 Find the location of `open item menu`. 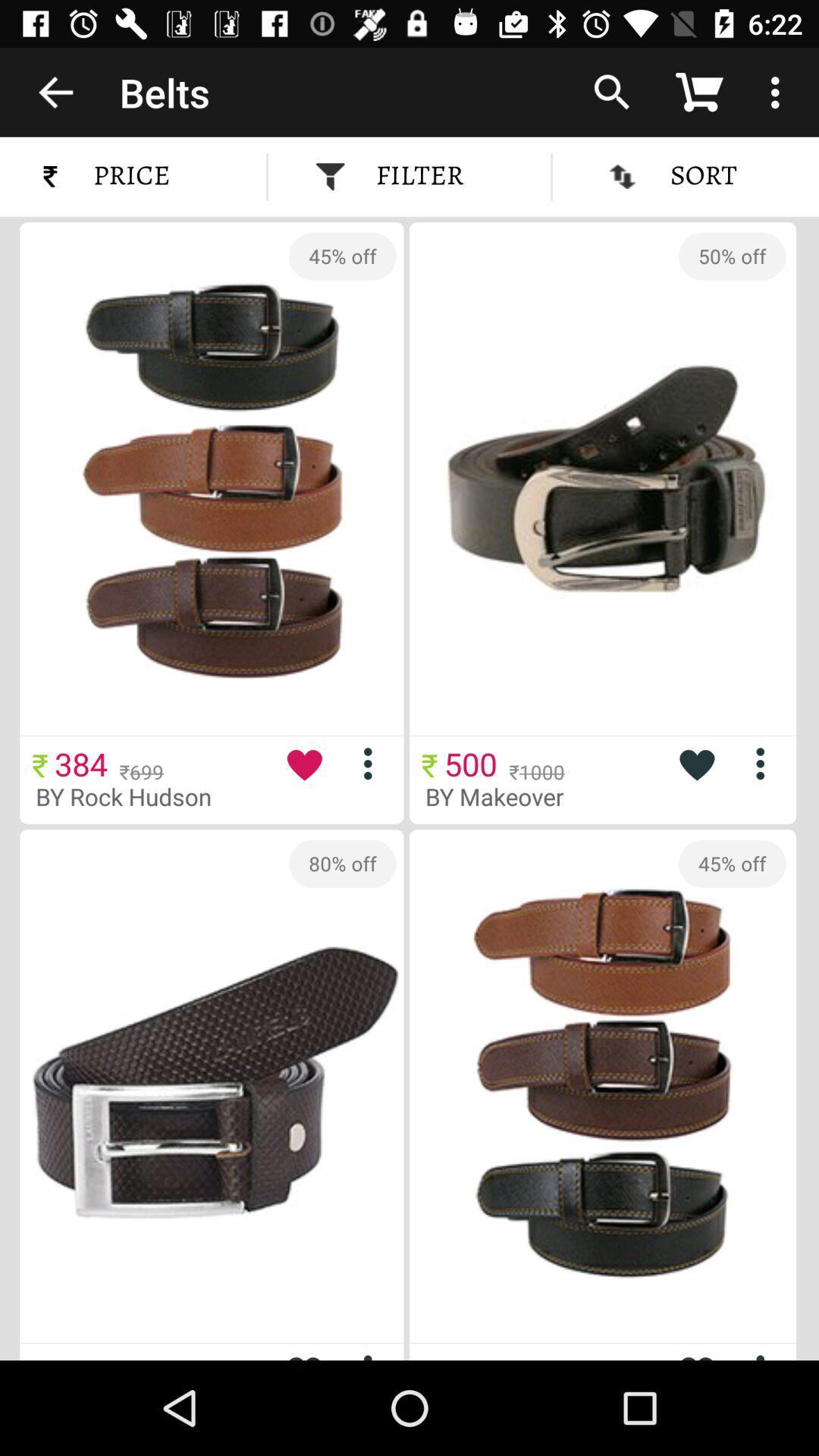

open item menu is located at coordinates (374, 764).